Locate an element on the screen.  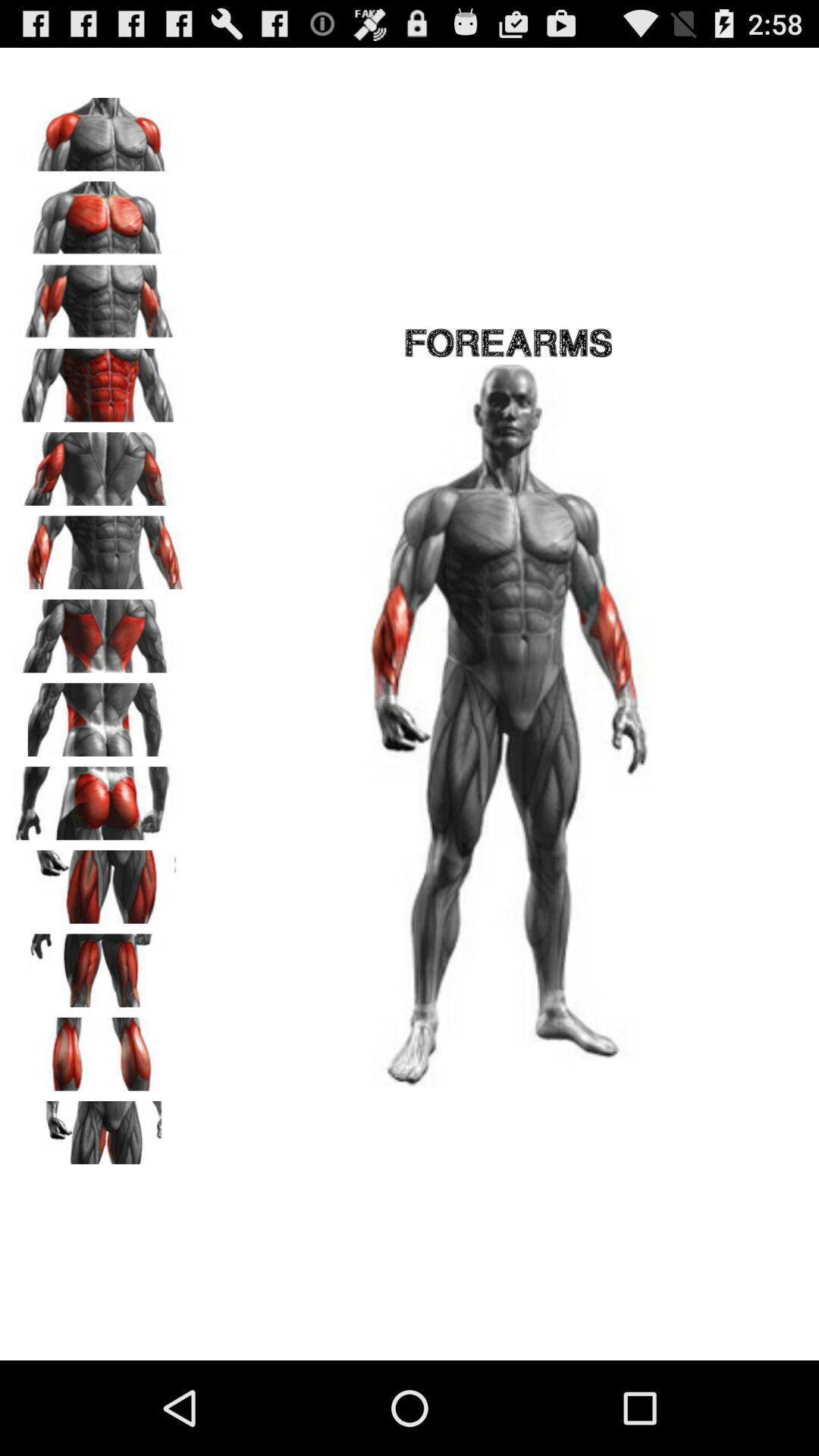
gluteus muscles is located at coordinates (99, 797).